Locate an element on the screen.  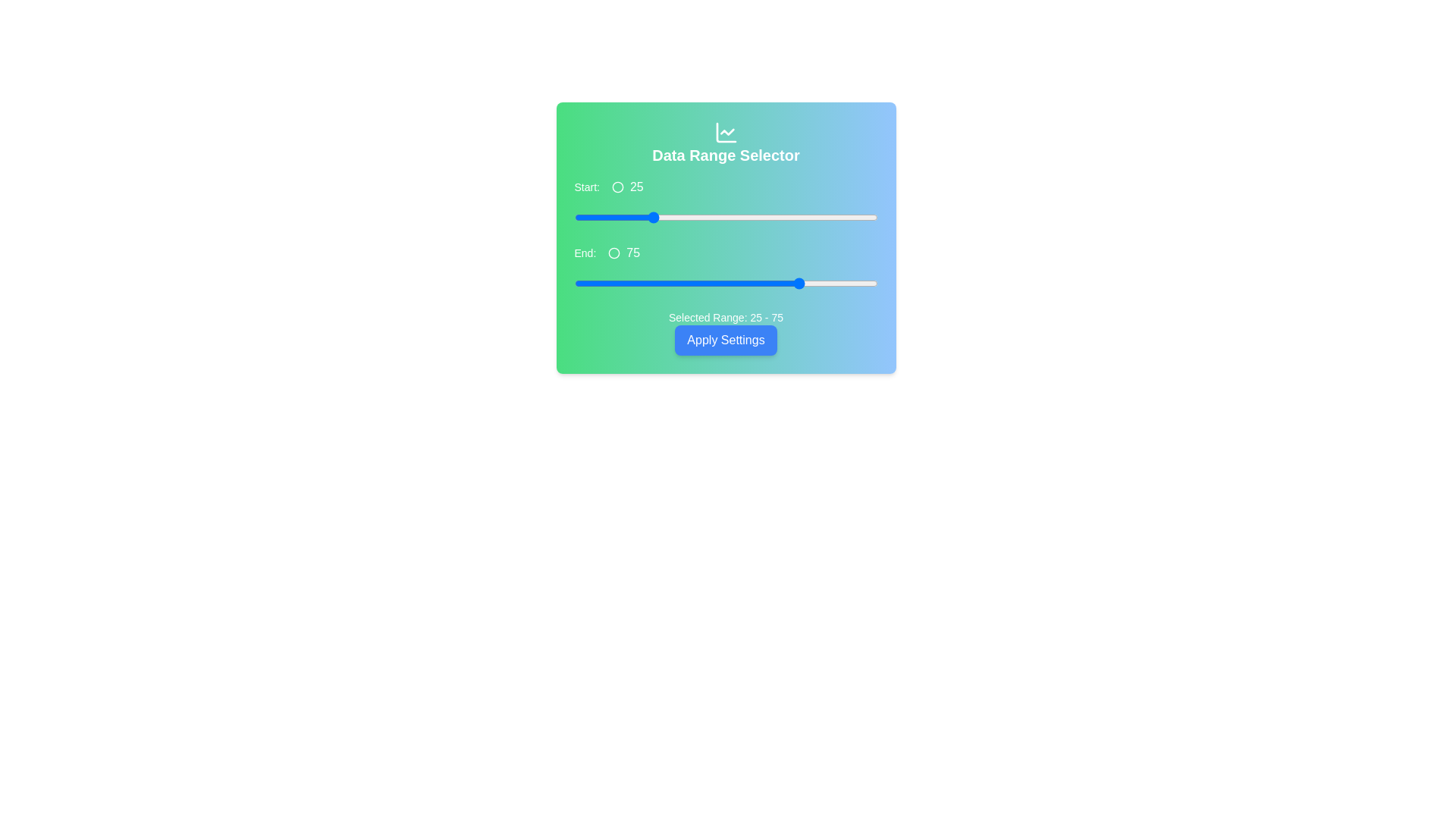
the text label that informs the user about the currently selected range values, positioned above the blue 'Apply Settings' button is located at coordinates (725, 317).